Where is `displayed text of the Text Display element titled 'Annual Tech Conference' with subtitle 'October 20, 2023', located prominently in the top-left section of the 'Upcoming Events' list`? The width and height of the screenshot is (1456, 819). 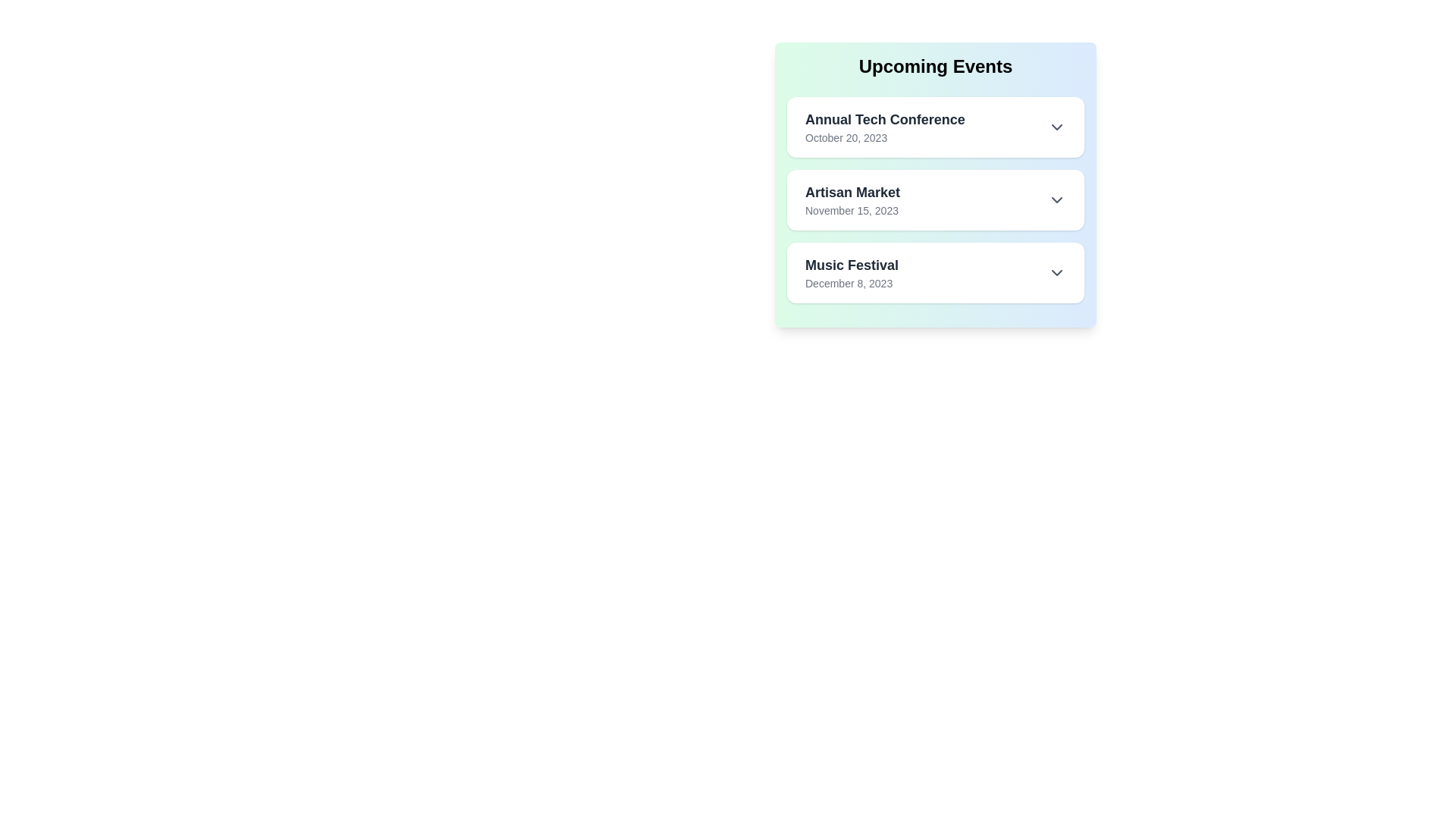 displayed text of the Text Display element titled 'Annual Tech Conference' with subtitle 'October 20, 2023', located prominently in the top-left section of the 'Upcoming Events' list is located at coordinates (885, 127).